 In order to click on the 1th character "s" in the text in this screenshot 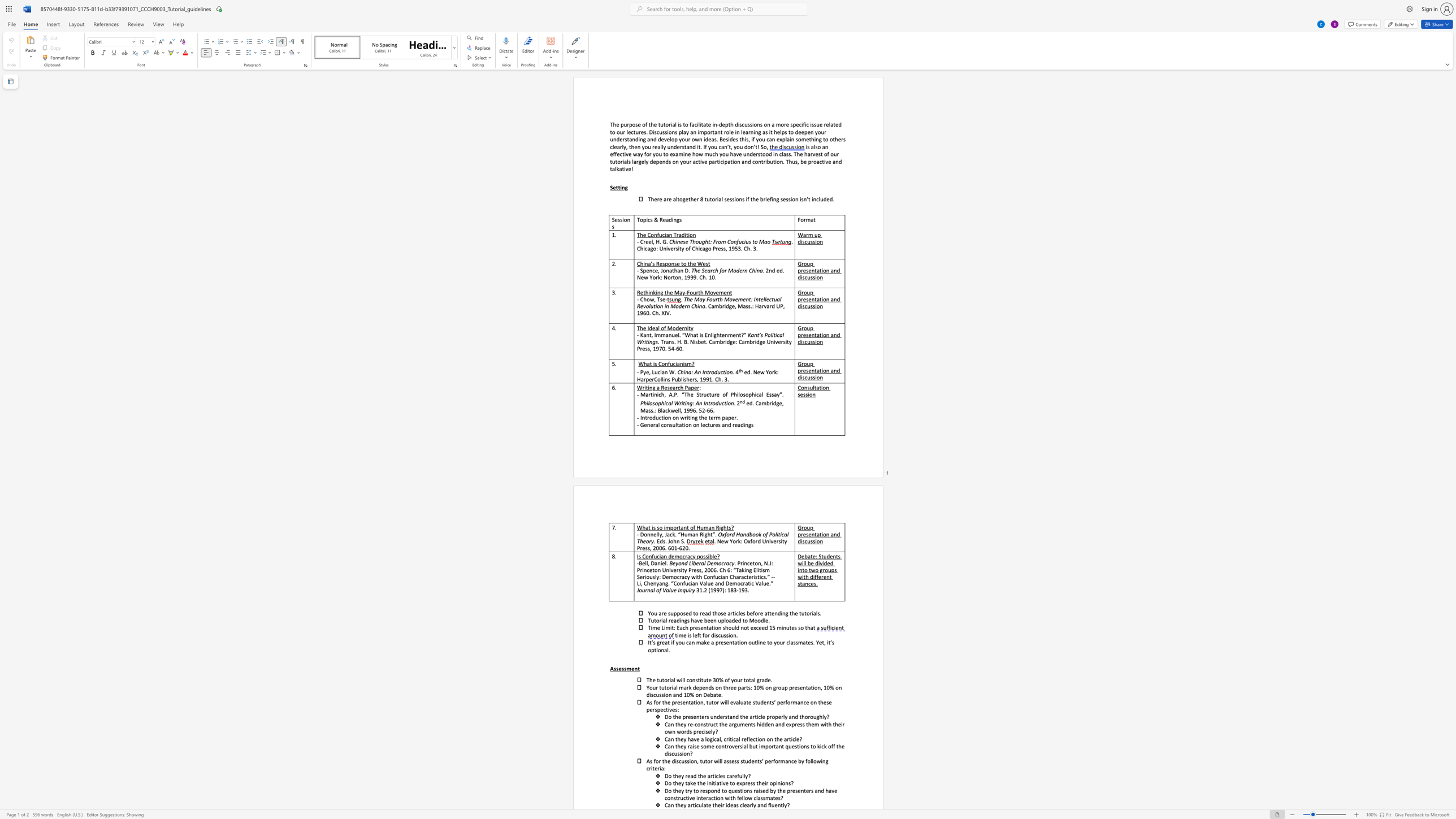, I will do `click(808, 146)`.